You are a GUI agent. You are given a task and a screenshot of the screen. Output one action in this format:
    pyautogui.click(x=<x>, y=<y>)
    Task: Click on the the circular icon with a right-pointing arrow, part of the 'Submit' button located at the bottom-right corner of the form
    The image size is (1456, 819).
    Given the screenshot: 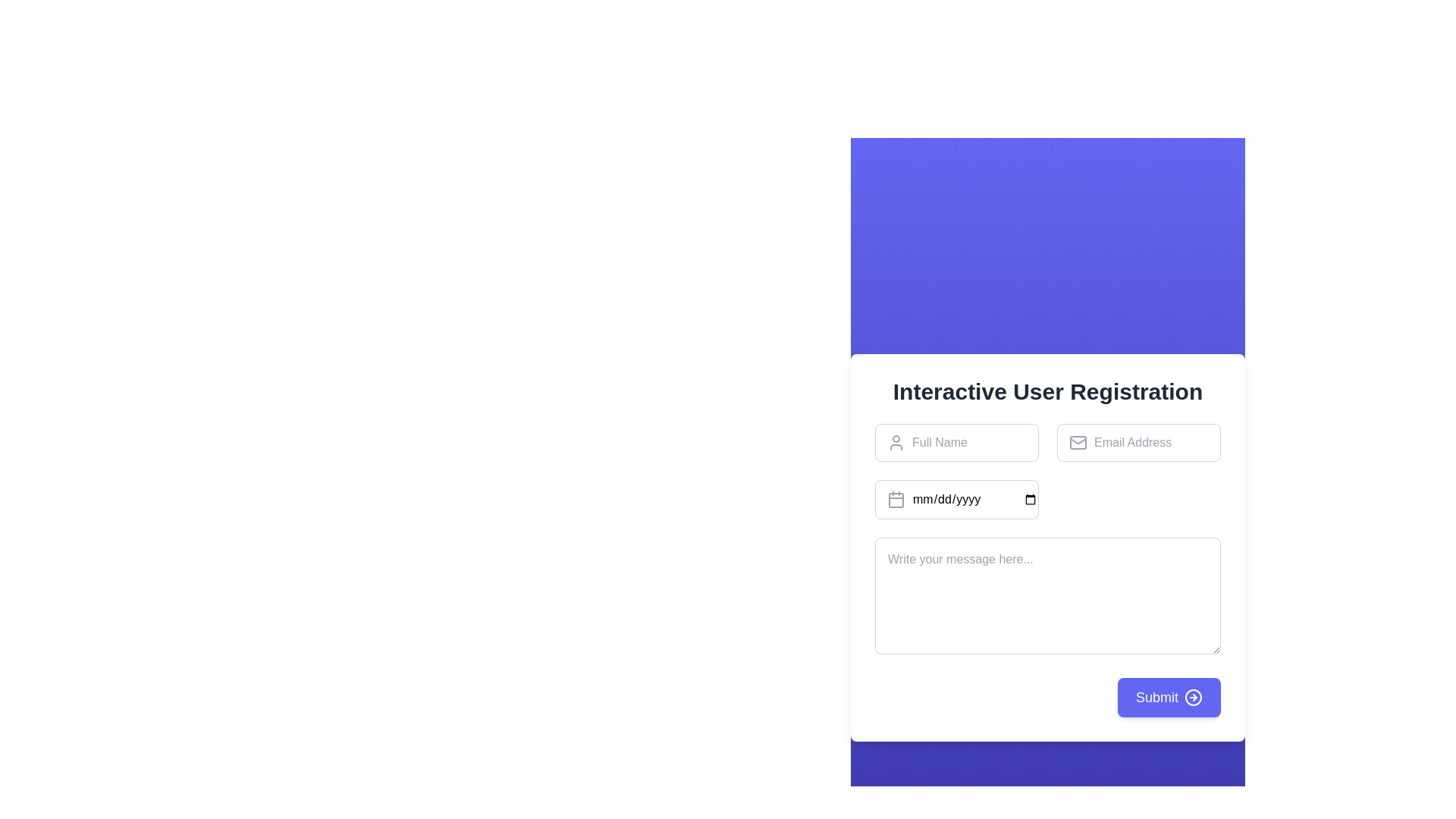 What is the action you would take?
    pyautogui.click(x=1193, y=696)
    